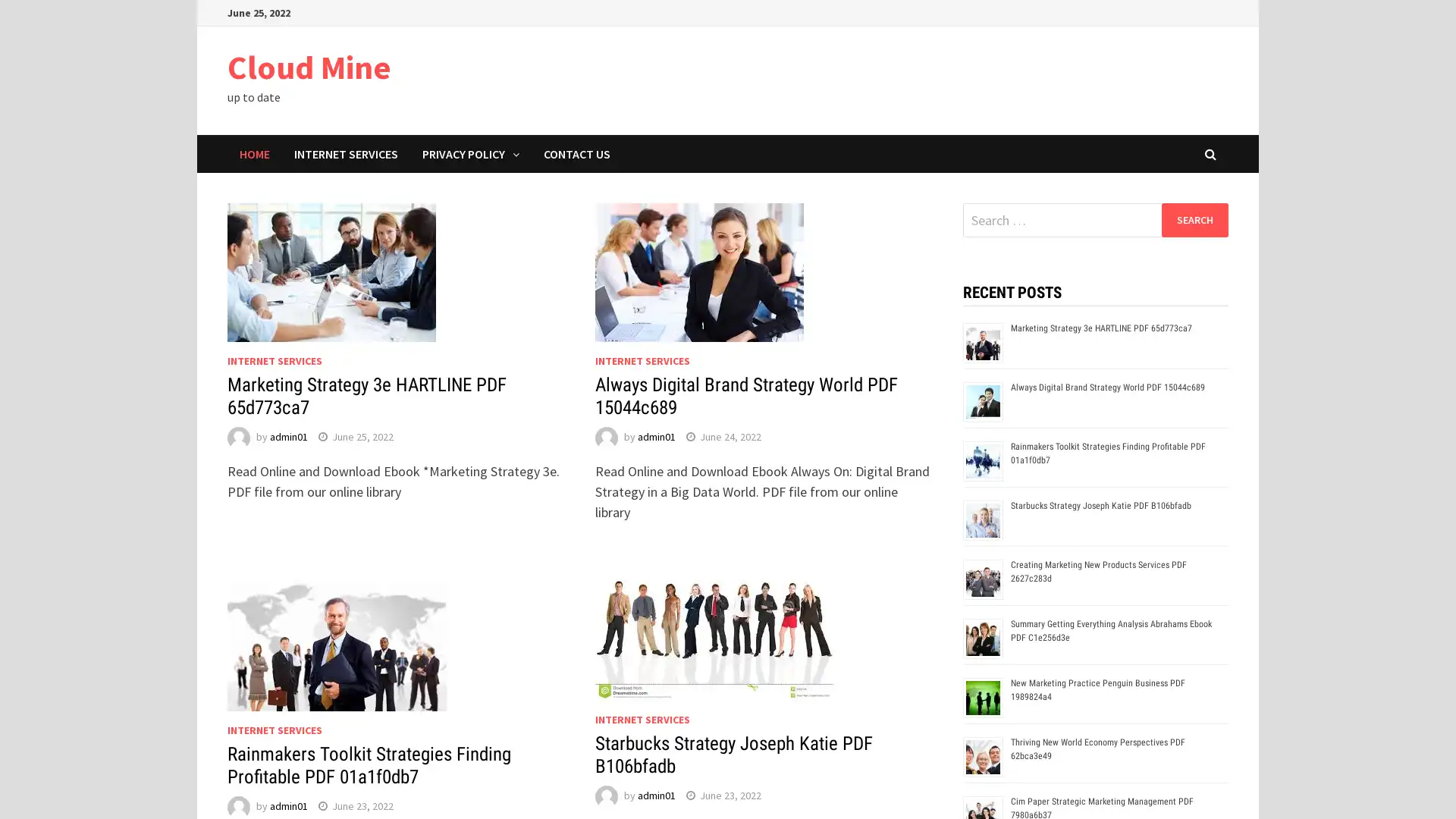 The height and width of the screenshot is (819, 1456). I want to click on Search, so click(1194, 219).